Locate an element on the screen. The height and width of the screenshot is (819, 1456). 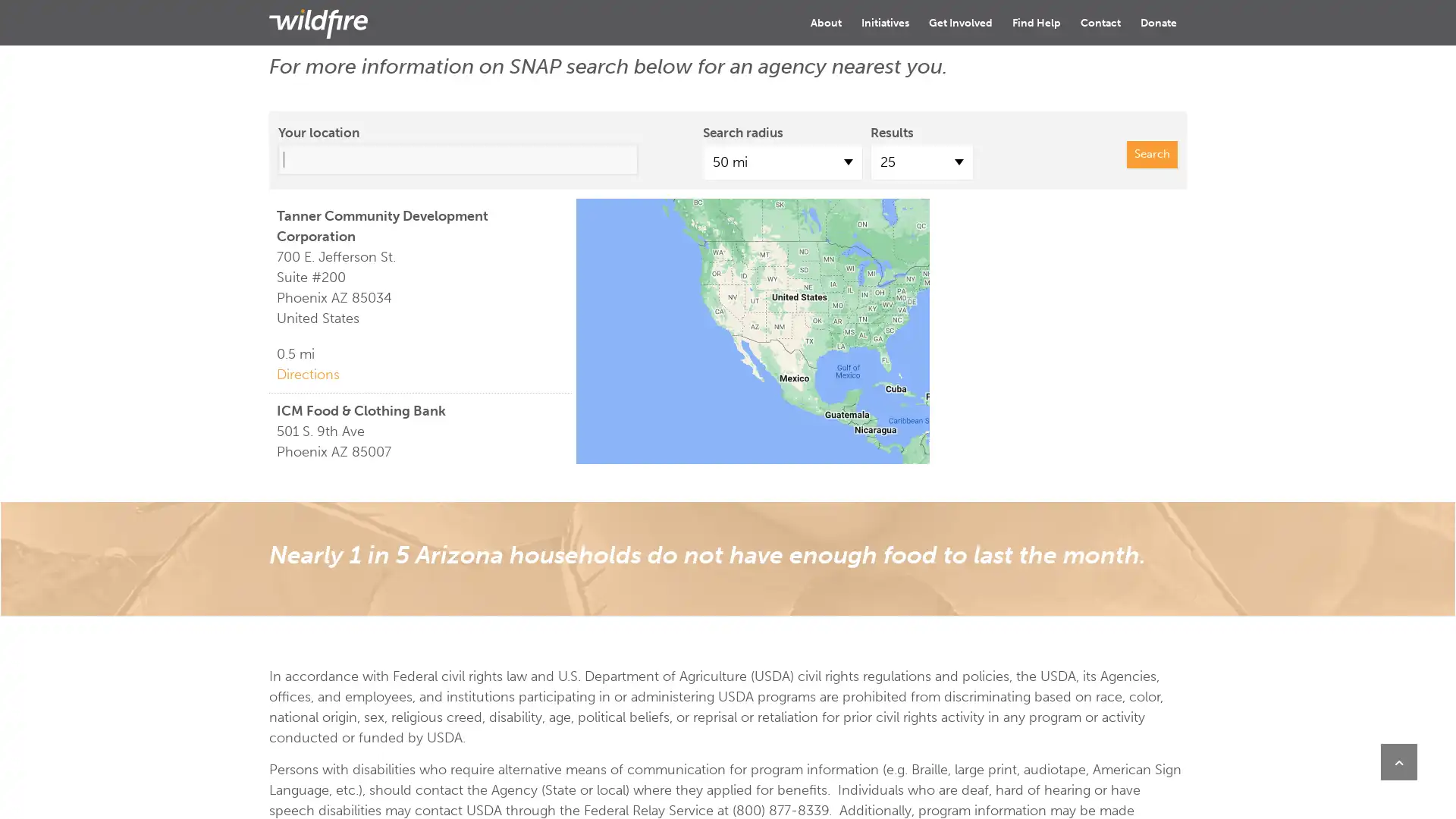
Salvation Army Family Services  Phoenix is located at coordinates (902, 318).